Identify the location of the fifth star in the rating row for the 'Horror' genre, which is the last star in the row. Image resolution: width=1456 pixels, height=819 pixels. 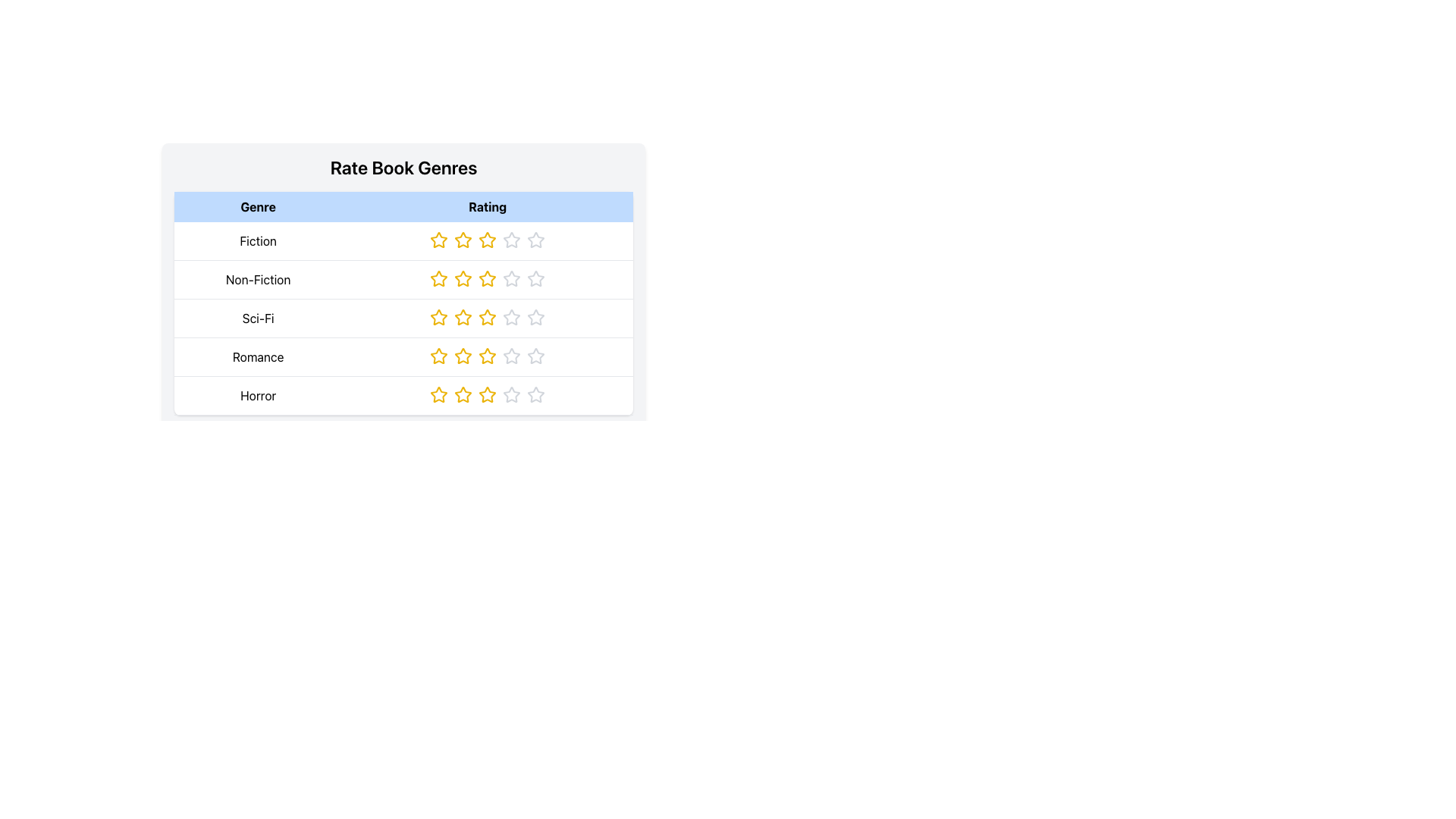
(536, 394).